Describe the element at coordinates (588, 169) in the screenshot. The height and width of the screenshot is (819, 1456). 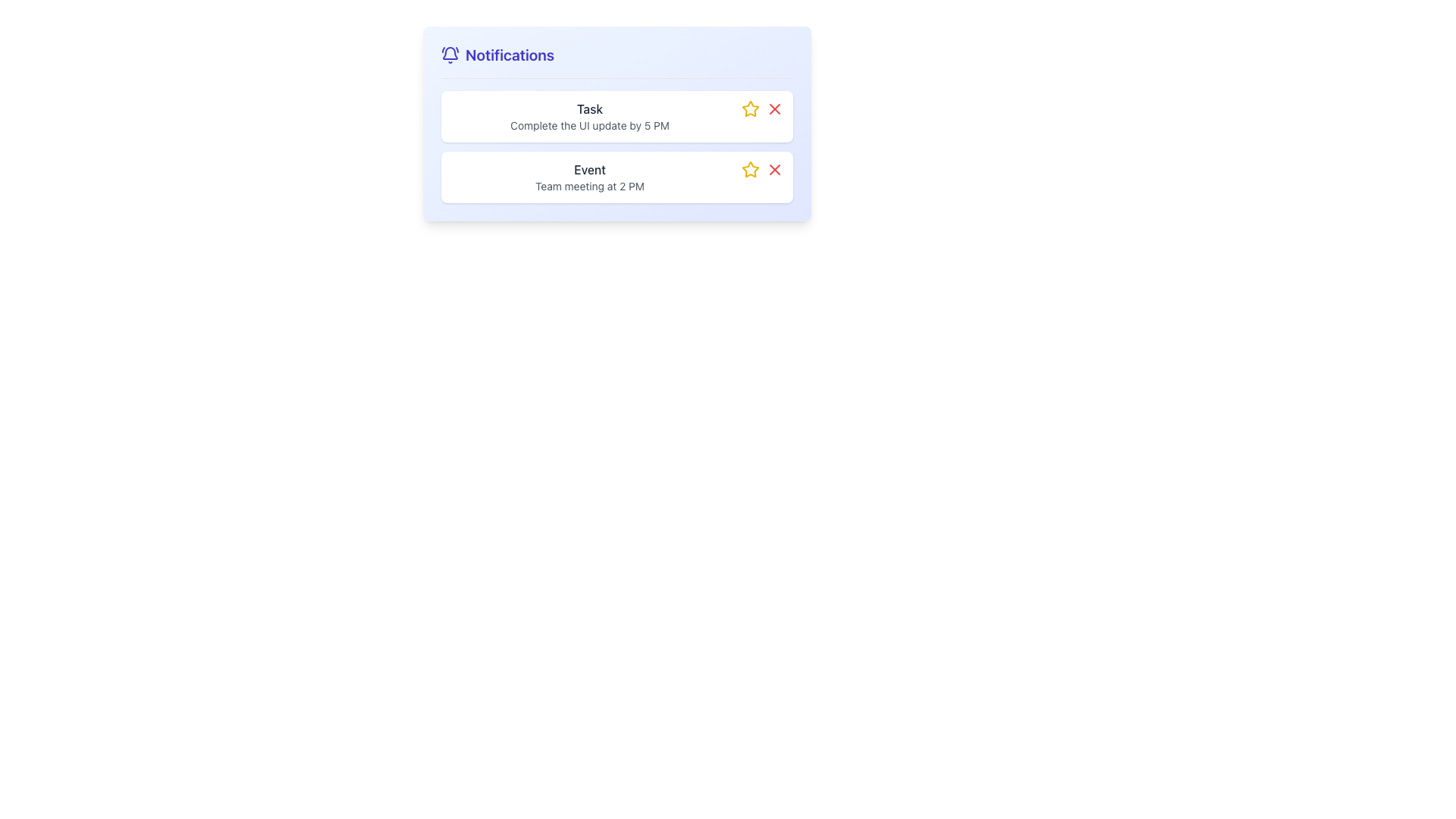
I see `the Static Text element displaying 'Event' within the second notification card, which is visually bolded and aligned to the left` at that location.